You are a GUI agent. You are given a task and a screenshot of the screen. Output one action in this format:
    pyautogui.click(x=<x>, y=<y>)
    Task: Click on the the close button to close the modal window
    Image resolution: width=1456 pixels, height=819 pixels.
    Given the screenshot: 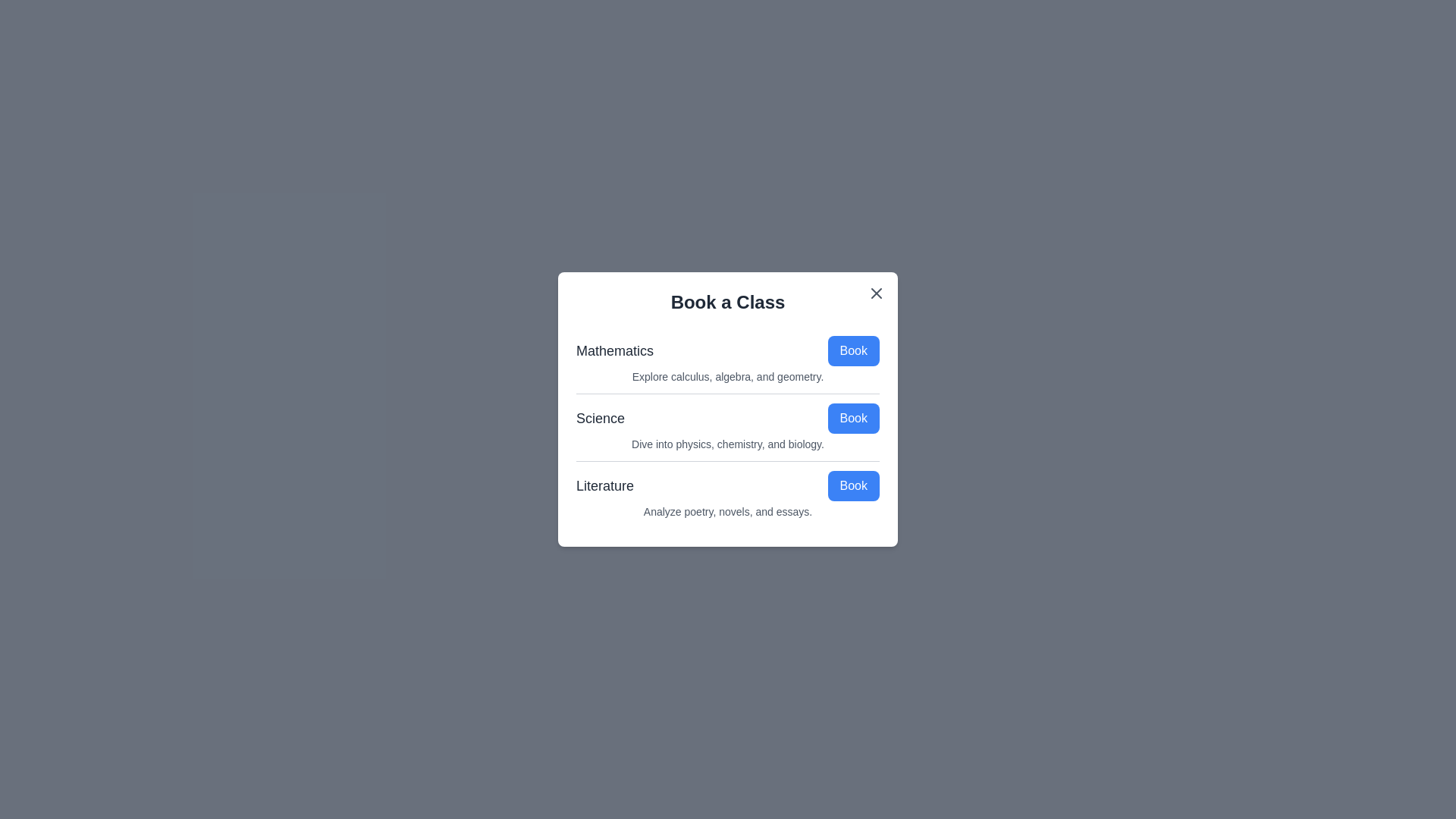 What is the action you would take?
    pyautogui.click(x=877, y=293)
    